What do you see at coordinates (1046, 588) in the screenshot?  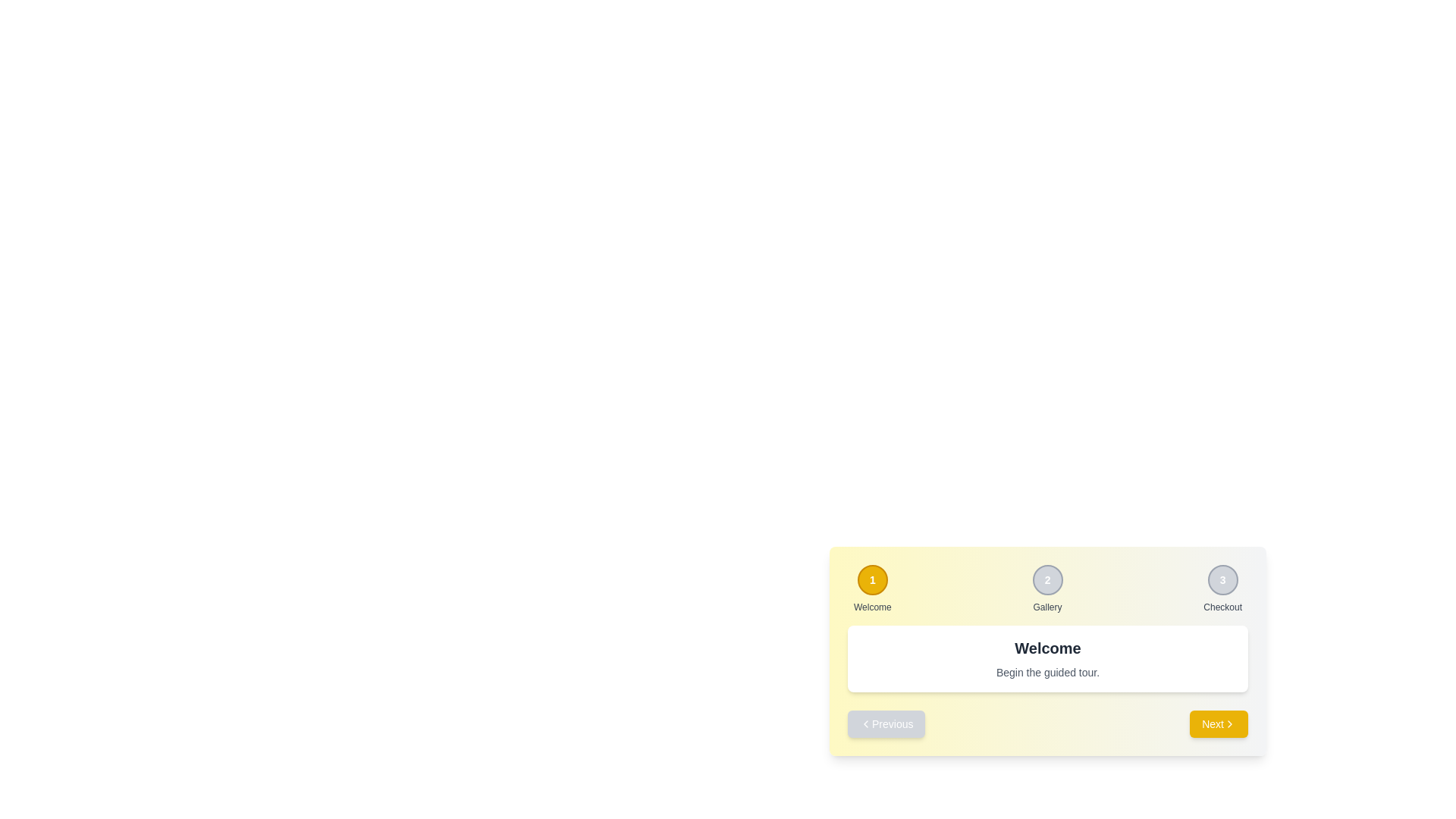 I see `the state of the Step indicator labeled 'Gallery', which is the second step in a multi-step process, positioned centrally between the 'Welcome' and 'Checkout' steps` at bounding box center [1046, 588].